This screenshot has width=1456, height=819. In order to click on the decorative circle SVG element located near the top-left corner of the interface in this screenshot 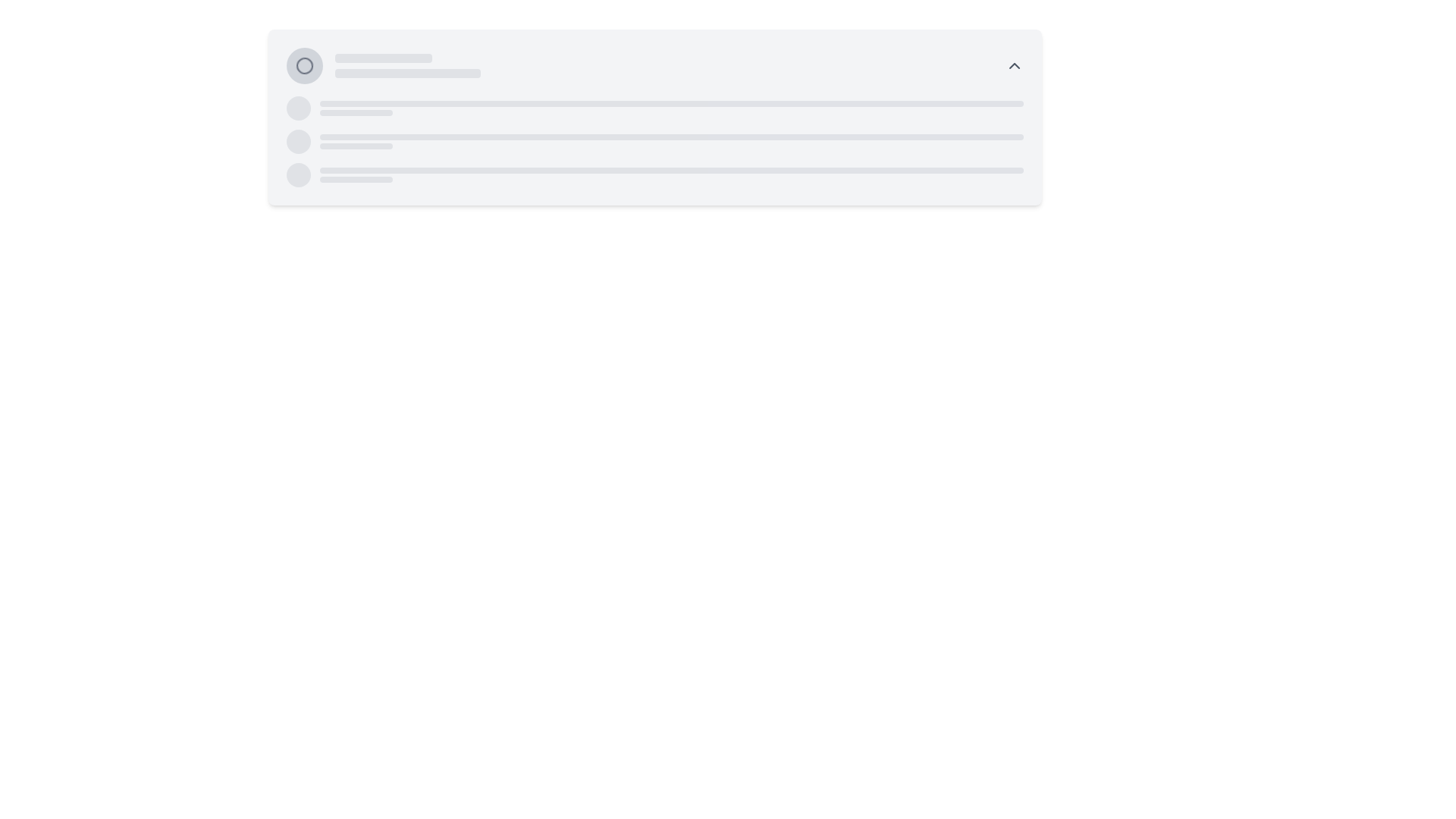, I will do `click(304, 65)`.